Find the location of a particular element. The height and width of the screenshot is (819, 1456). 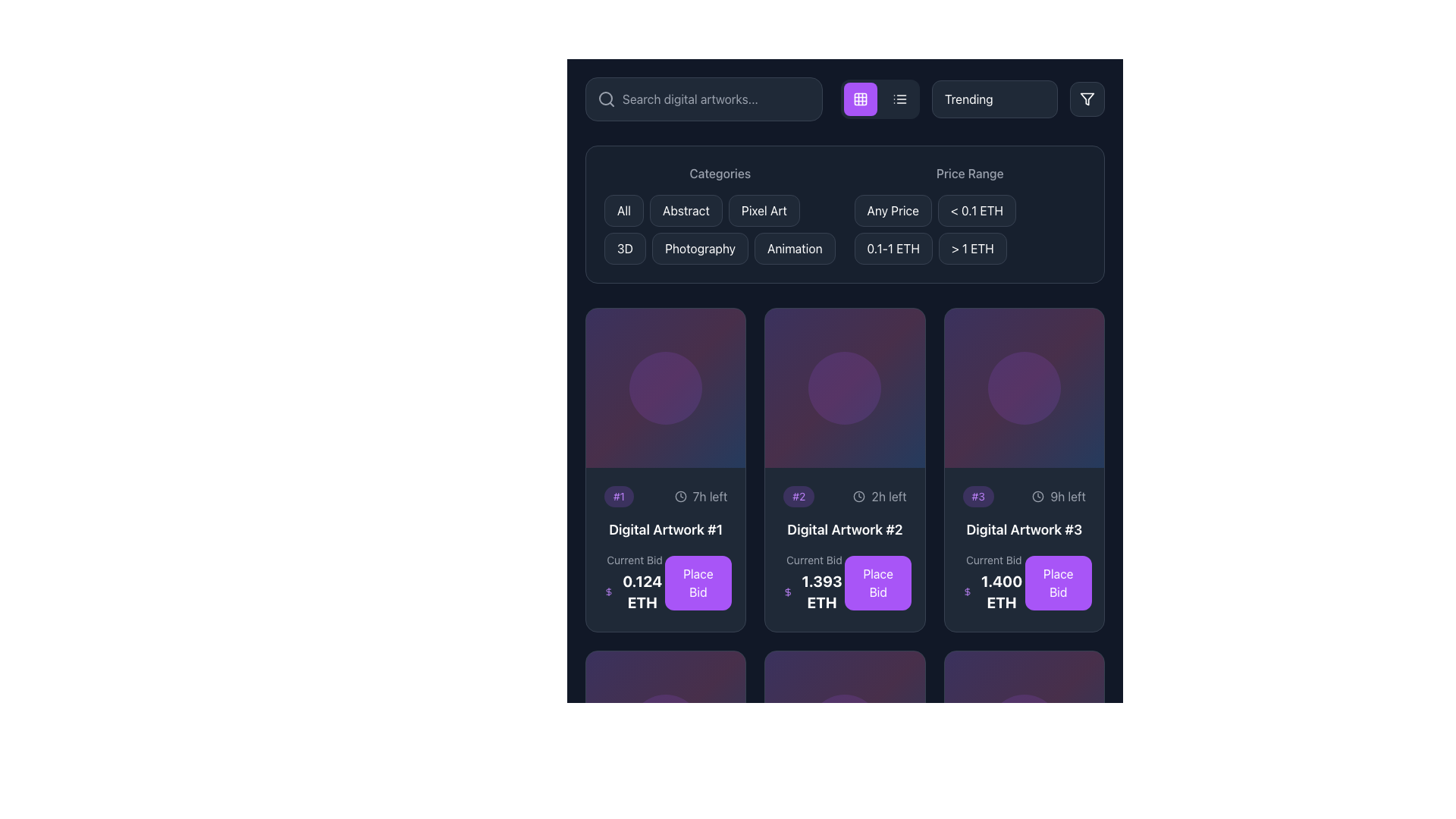

the 'like' or 'favorite' button located in the top-right corner of the third card is located at coordinates (1078, 332).